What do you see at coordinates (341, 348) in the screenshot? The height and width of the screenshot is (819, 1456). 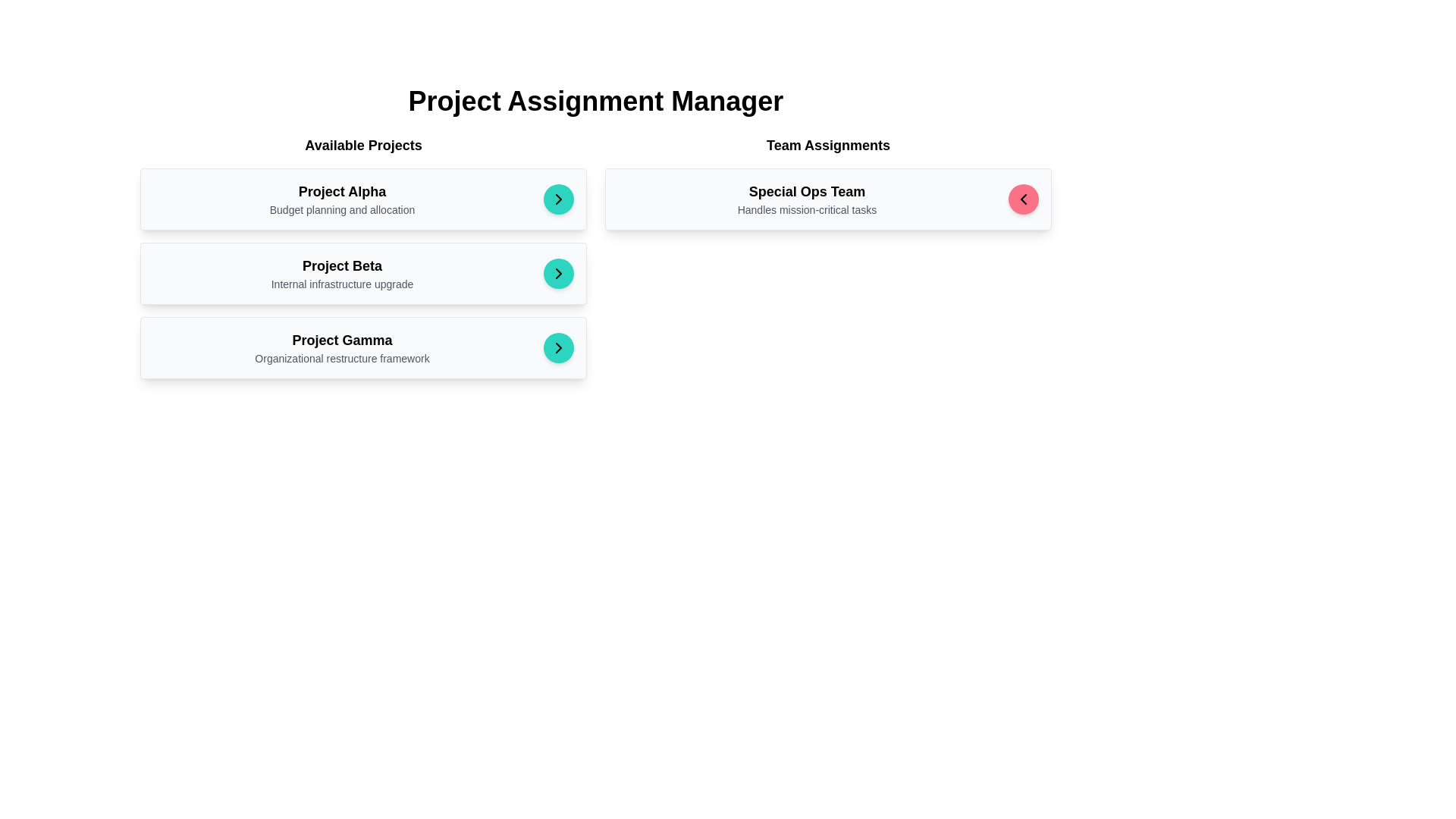 I see `the static text element titled 'Project Gamma', which features a bold title and a subtitle, located as the third card in the 'Available Projects' section` at bounding box center [341, 348].